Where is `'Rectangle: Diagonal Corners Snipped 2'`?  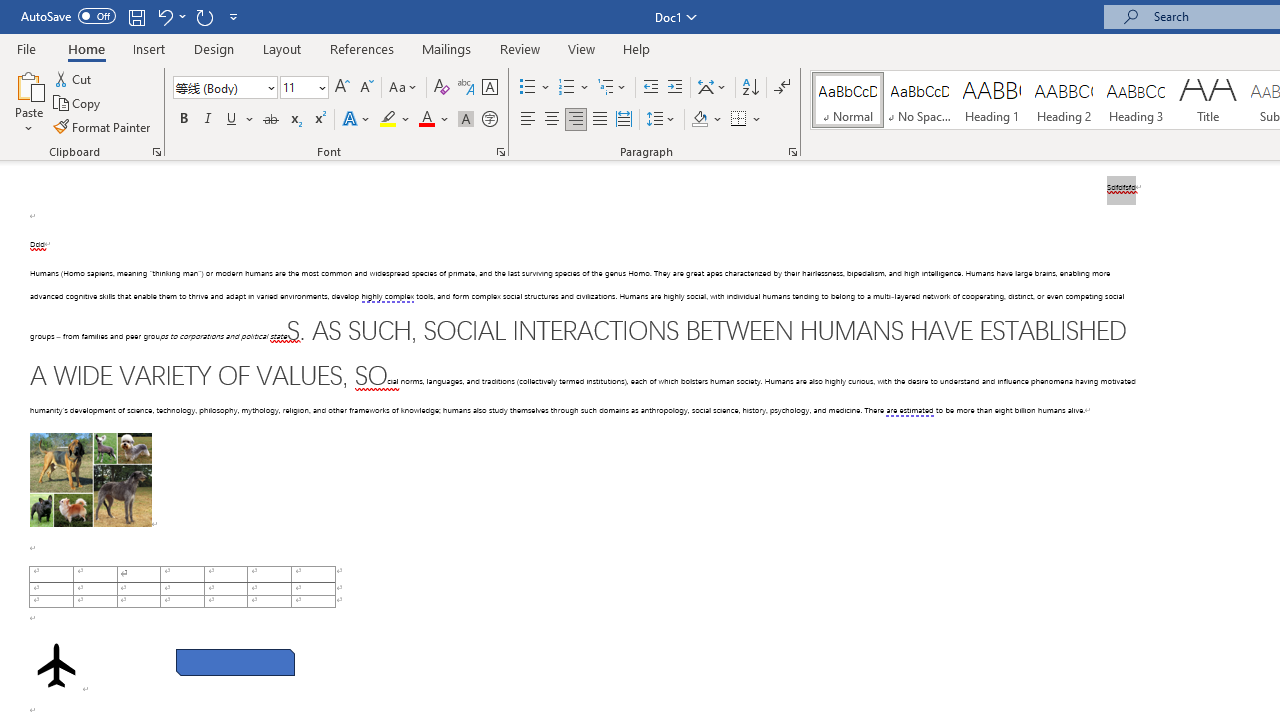 'Rectangle: Diagonal Corners Snipped 2' is located at coordinates (235, 662).